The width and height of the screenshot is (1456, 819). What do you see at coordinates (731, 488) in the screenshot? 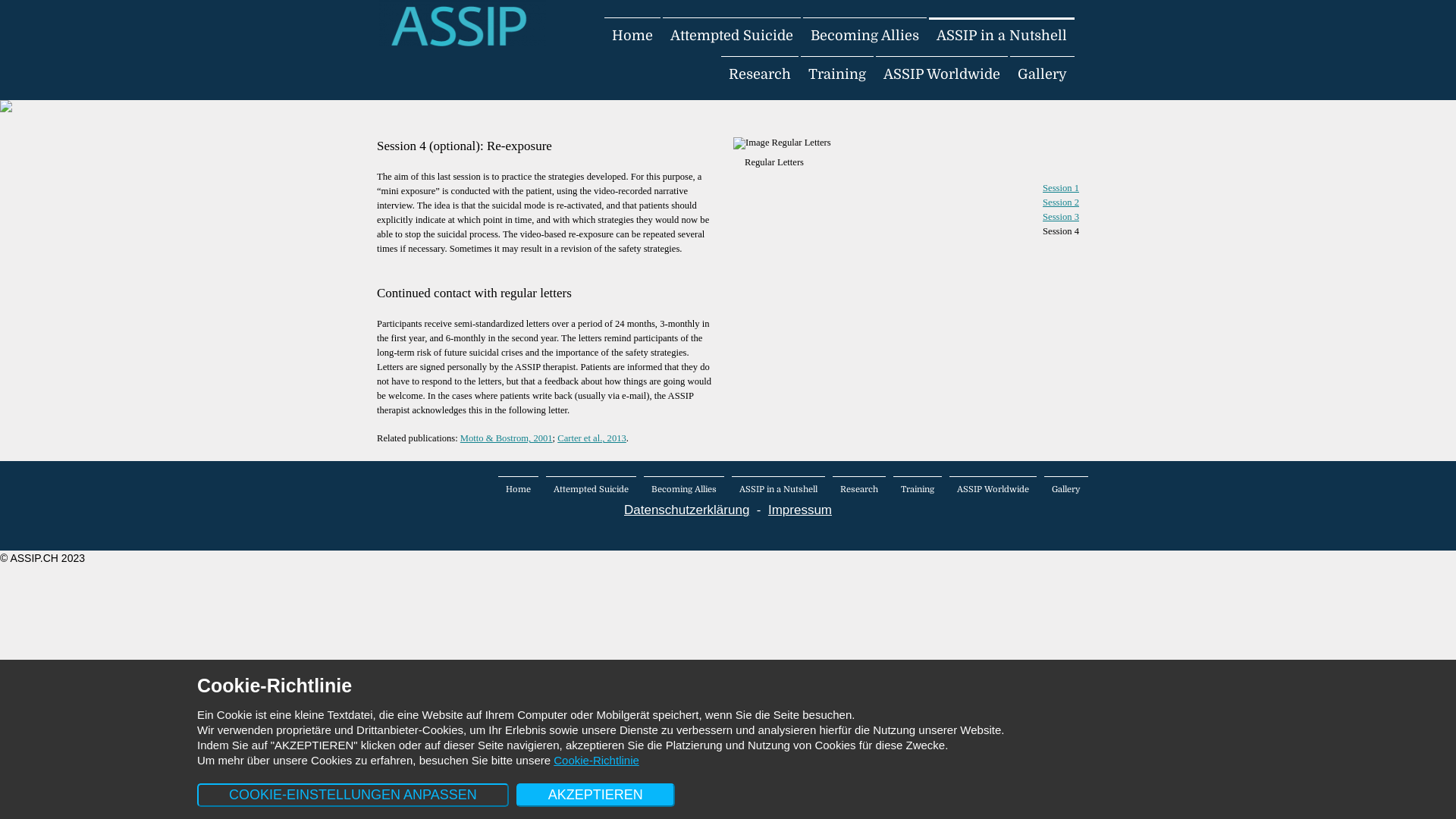
I see `'ASSIP in a Nutshell'` at bounding box center [731, 488].